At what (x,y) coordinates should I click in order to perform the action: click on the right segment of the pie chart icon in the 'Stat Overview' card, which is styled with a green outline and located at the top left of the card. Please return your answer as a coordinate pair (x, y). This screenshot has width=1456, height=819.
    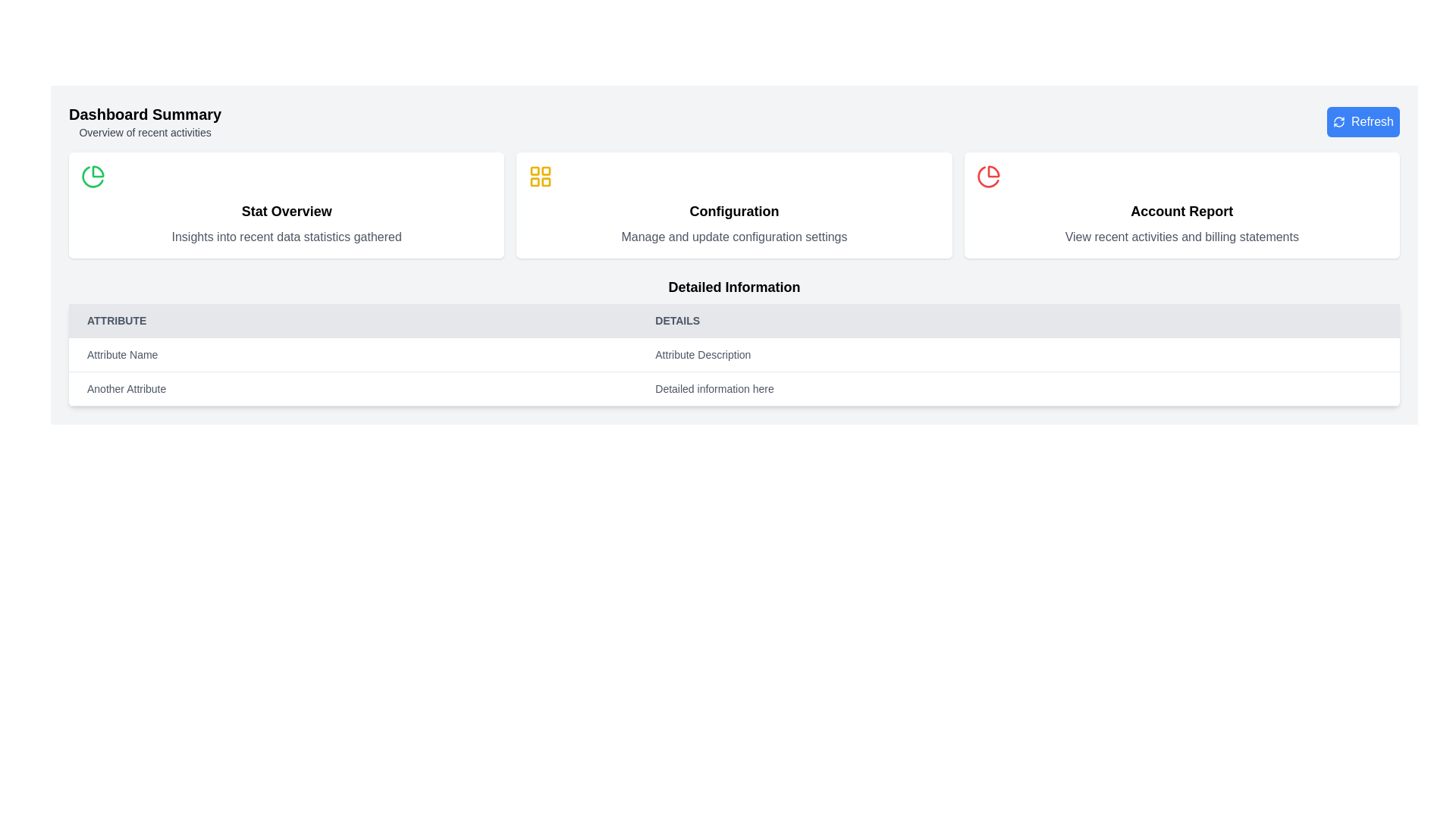
    Looking at the image, I should click on (97, 171).